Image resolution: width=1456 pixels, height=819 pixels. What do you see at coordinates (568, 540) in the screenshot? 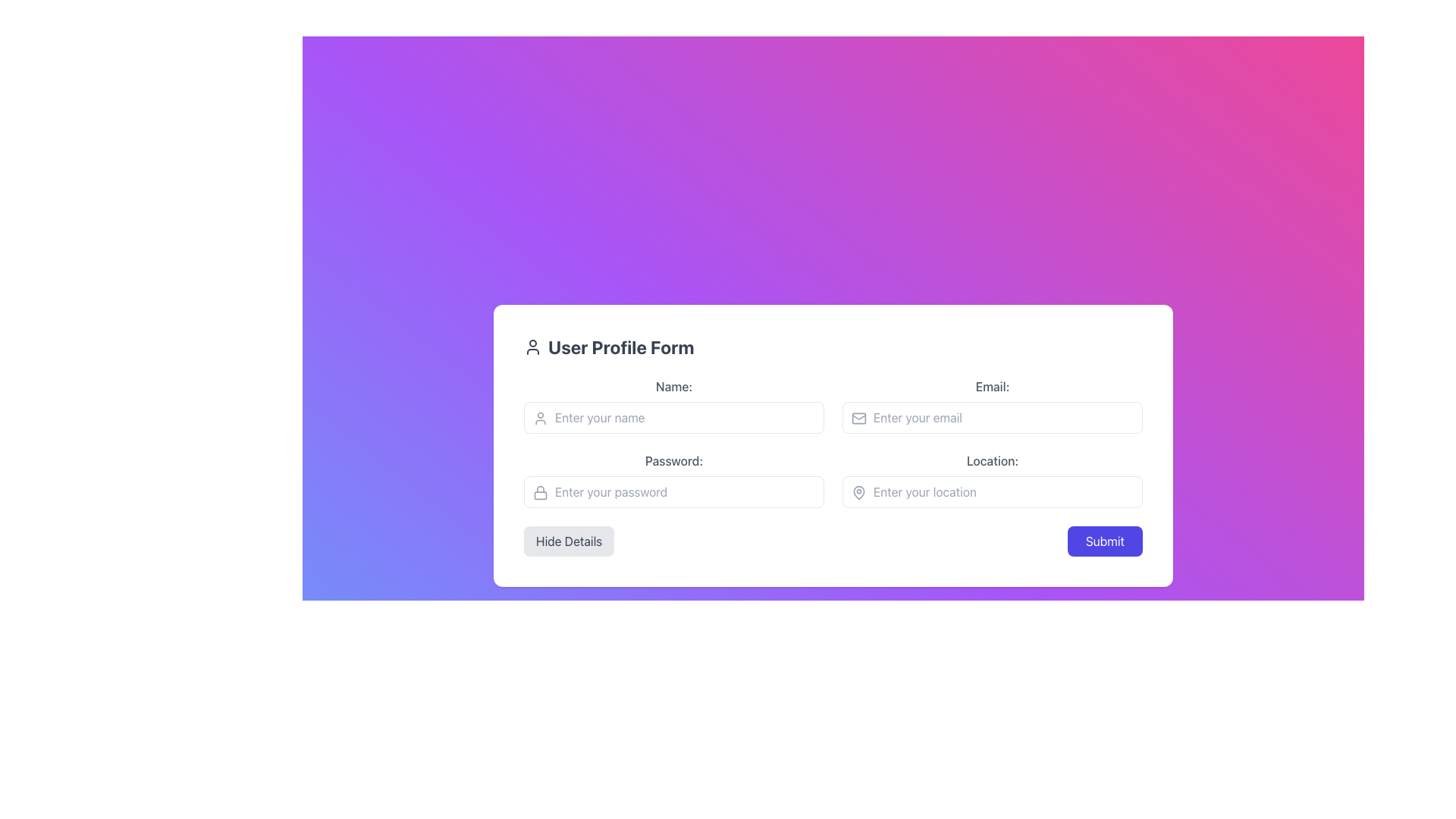
I see `the 'Hide Details' button` at bounding box center [568, 540].